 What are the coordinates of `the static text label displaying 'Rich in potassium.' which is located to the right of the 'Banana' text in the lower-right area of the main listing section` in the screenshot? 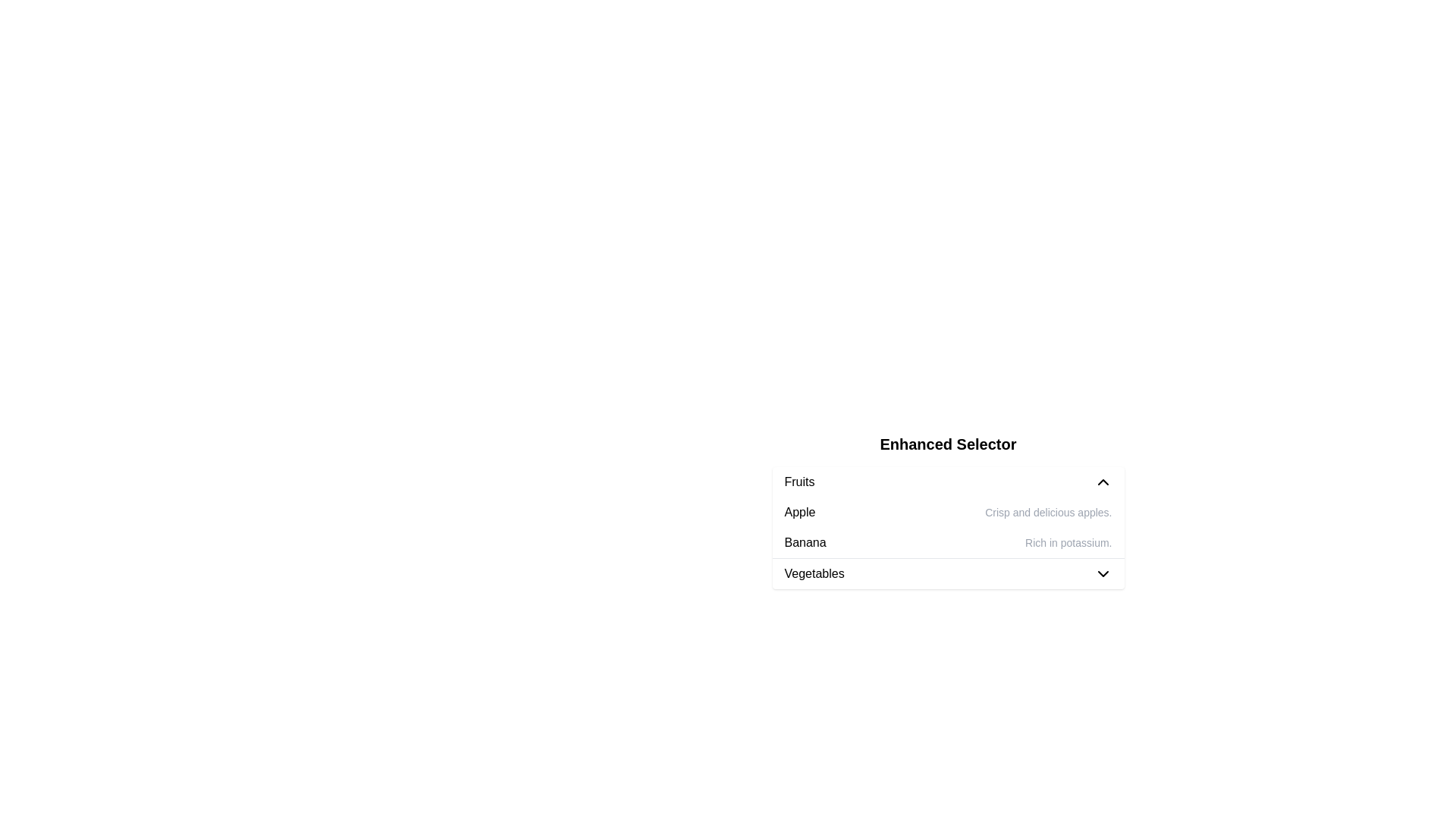 It's located at (1068, 542).